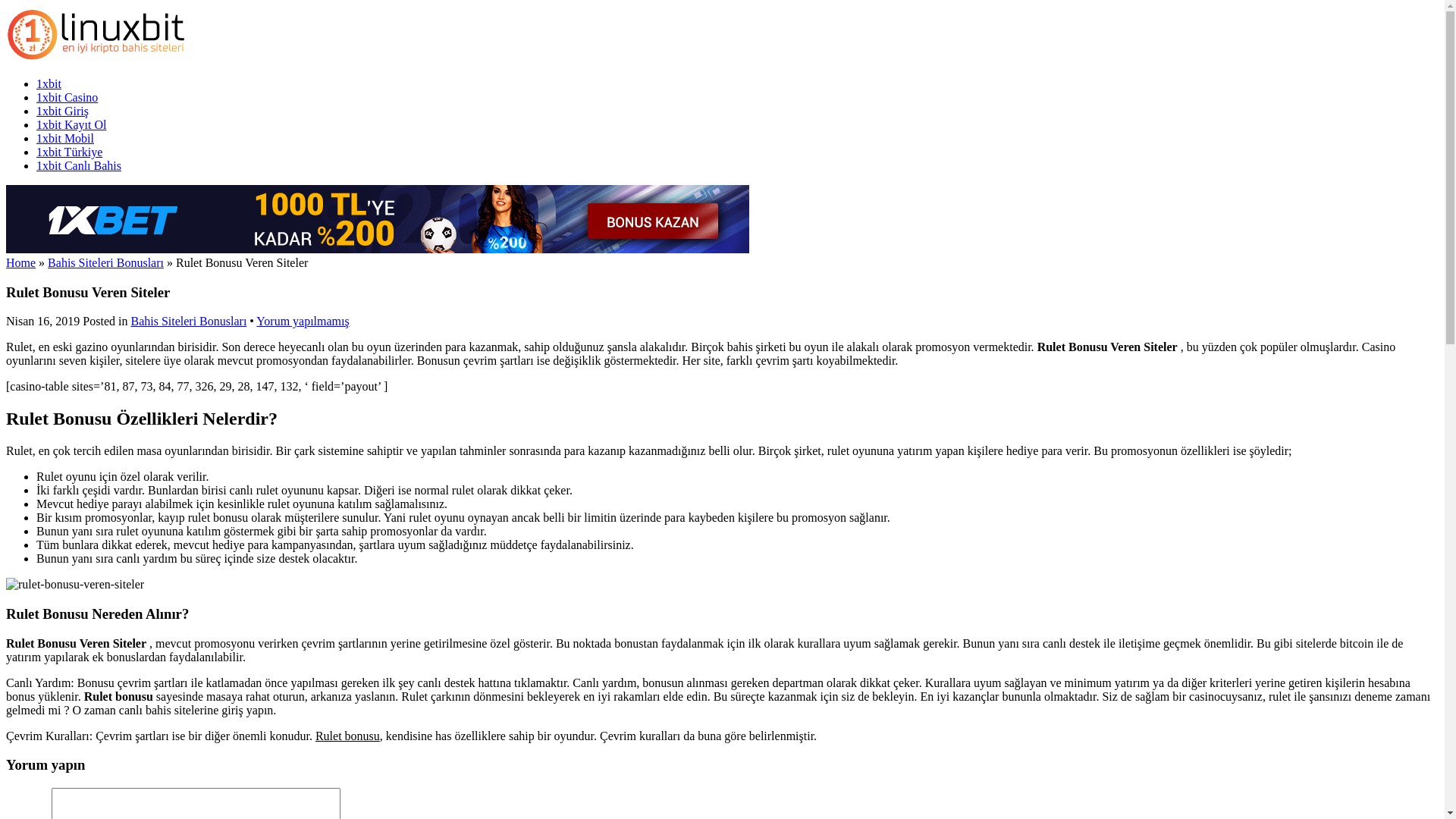  Describe the element at coordinates (36, 138) in the screenshot. I see `'1xbit Mobil'` at that location.